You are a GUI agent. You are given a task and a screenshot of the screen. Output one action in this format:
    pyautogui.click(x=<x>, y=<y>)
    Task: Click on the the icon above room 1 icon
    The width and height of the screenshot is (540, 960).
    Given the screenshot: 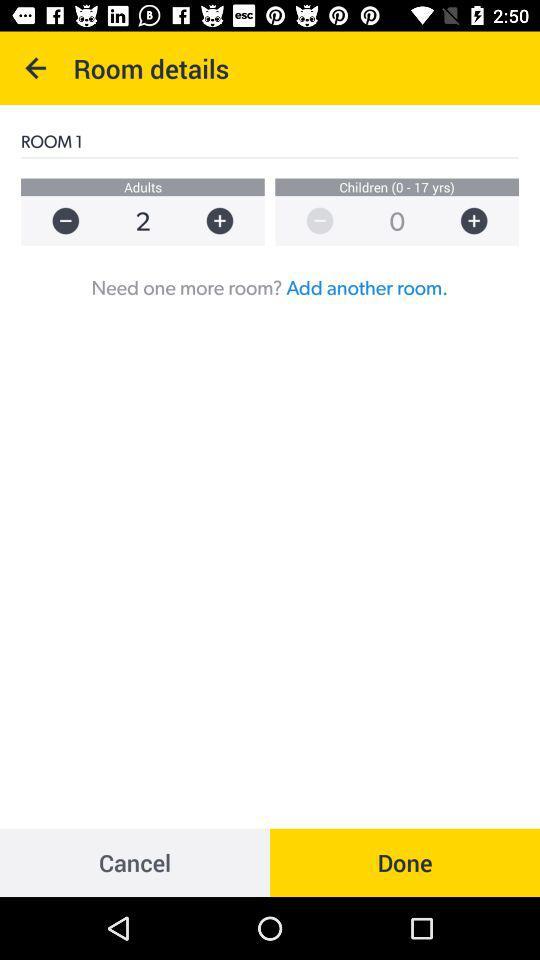 What is the action you would take?
    pyautogui.click(x=36, y=68)
    